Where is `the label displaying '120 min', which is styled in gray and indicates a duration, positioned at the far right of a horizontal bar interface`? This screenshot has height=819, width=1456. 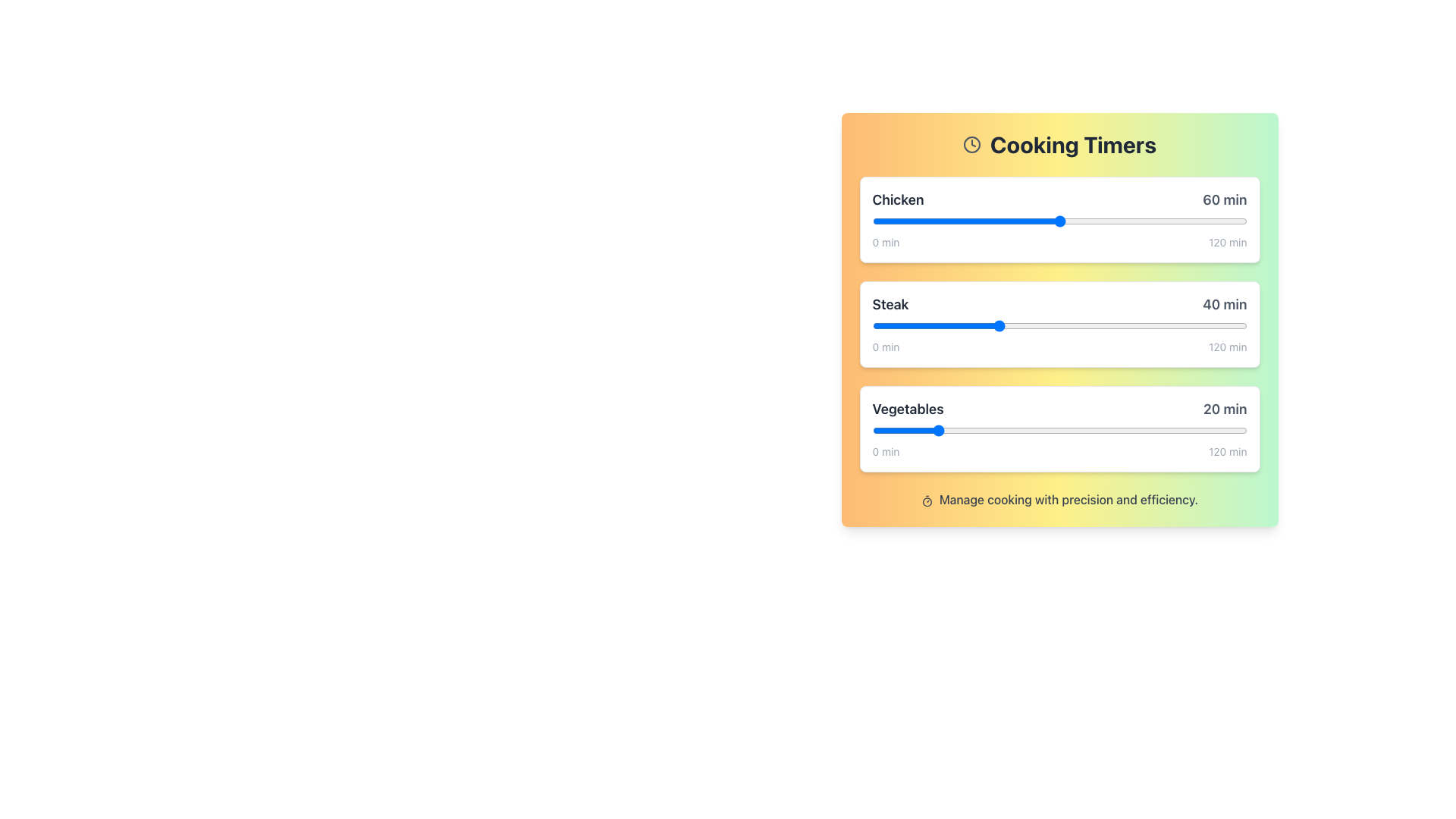 the label displaying '120 min', which is styled in gray and indicates a duration, positioned at the far right of a horizontal bar interface is located at coordinates (1228, 242).